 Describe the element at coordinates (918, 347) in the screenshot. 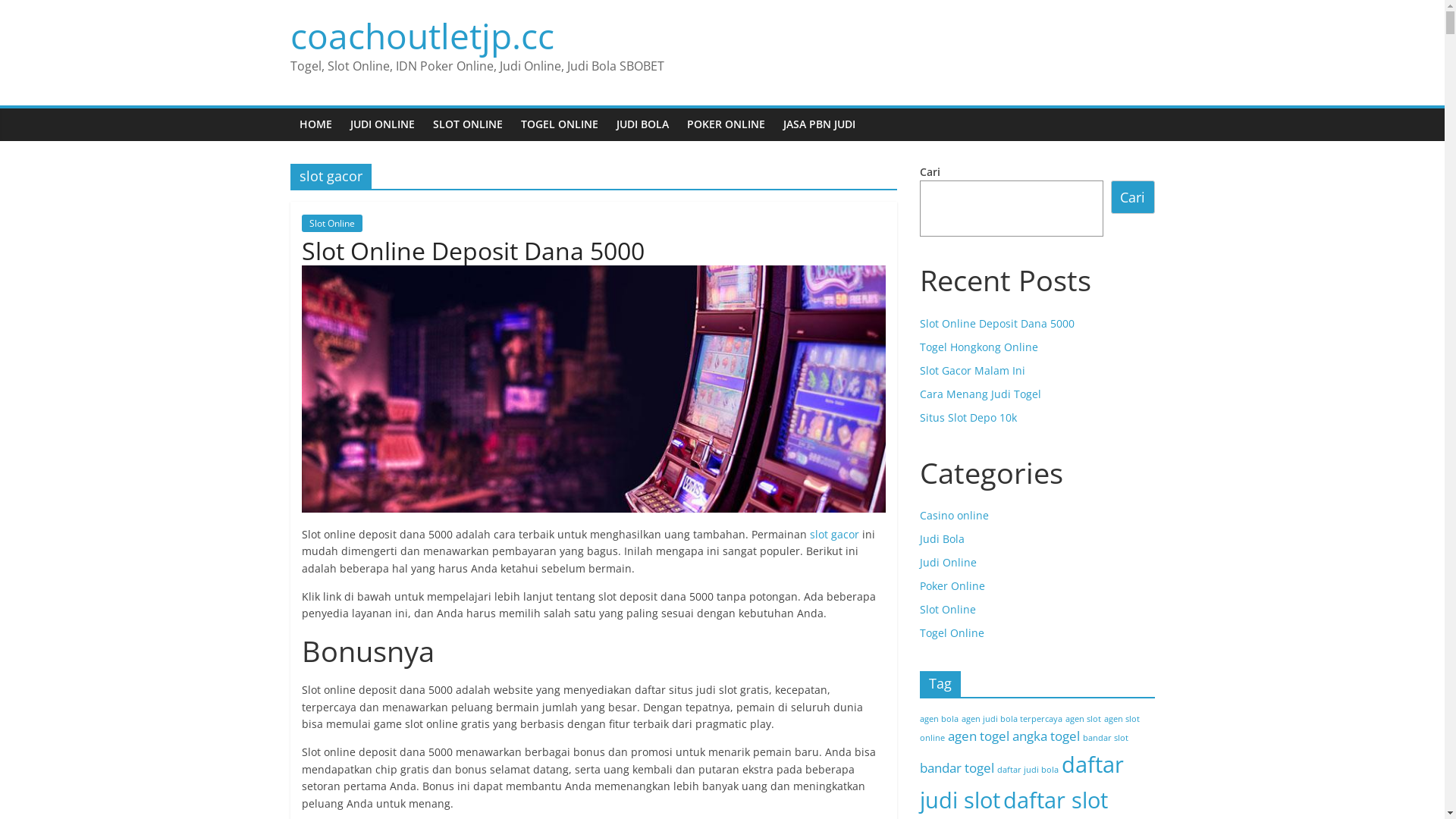

I see `'Togel Hongkong Online'` at that location.